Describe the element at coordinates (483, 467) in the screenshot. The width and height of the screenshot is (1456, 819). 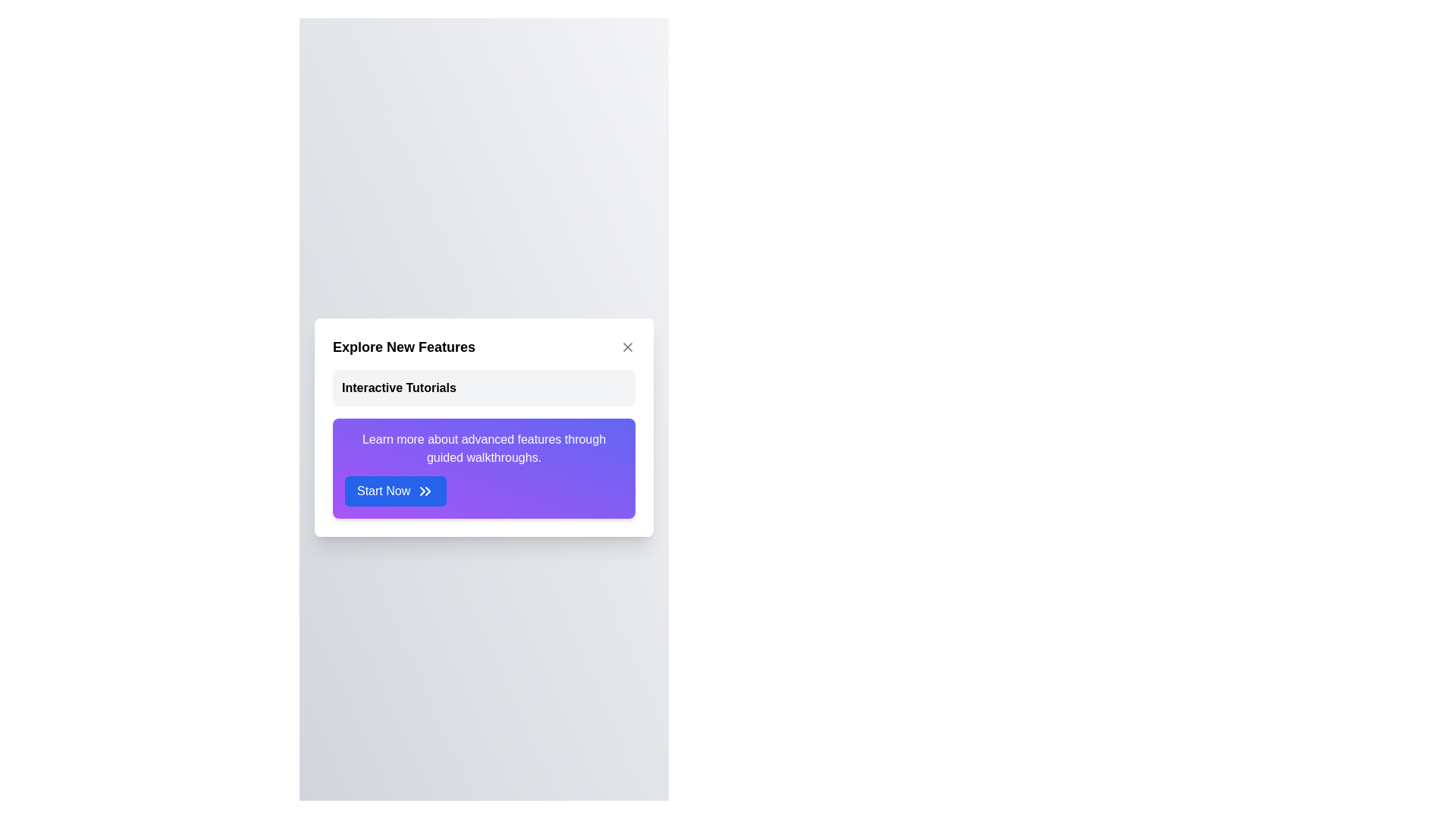
I see `the interactive button component which contains the text 'Learn more about advanced features through guided walkthroughs.' and the button labeled 'Start Now.'` at that location.